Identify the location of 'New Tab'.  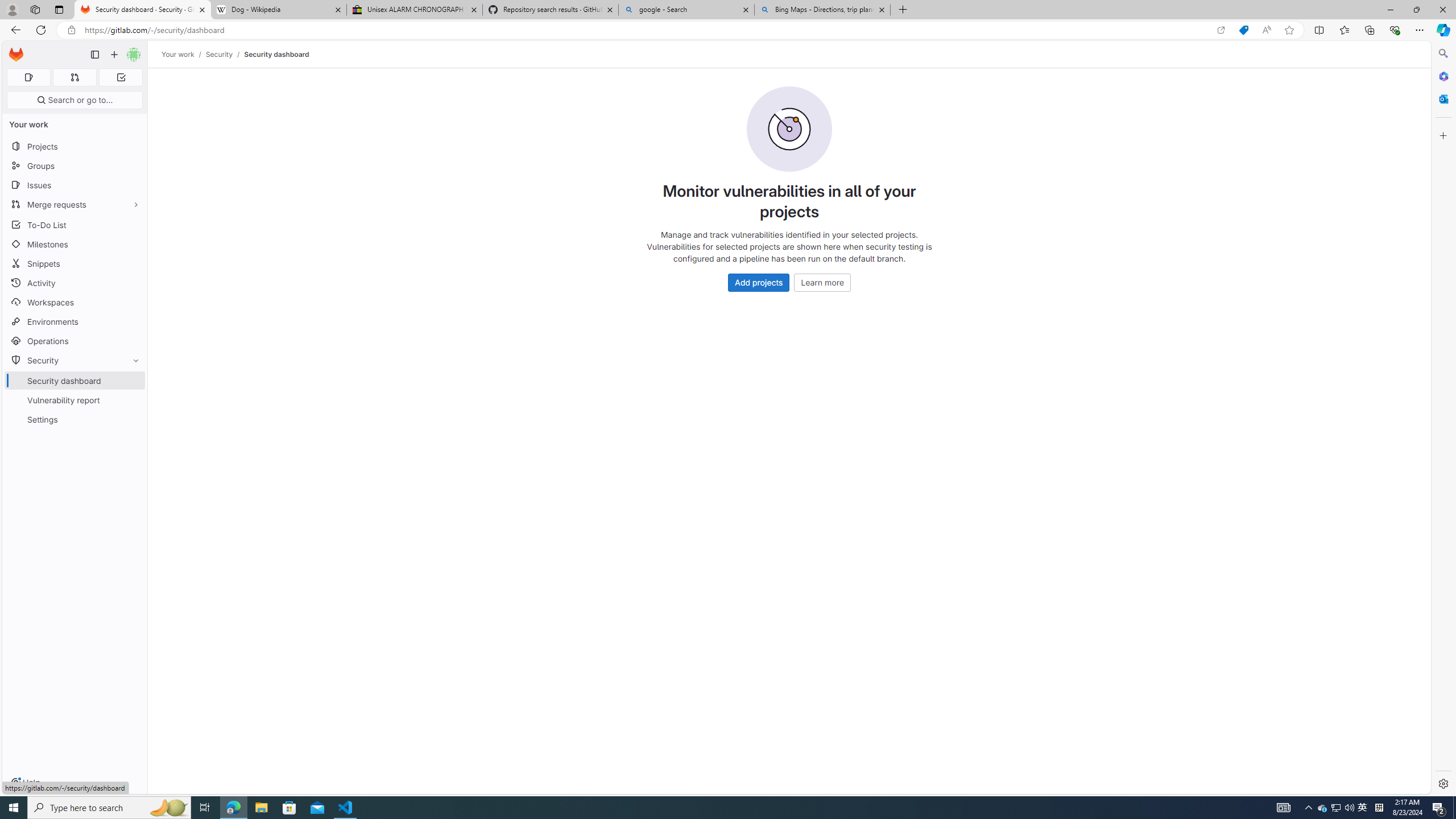
(903, 9).